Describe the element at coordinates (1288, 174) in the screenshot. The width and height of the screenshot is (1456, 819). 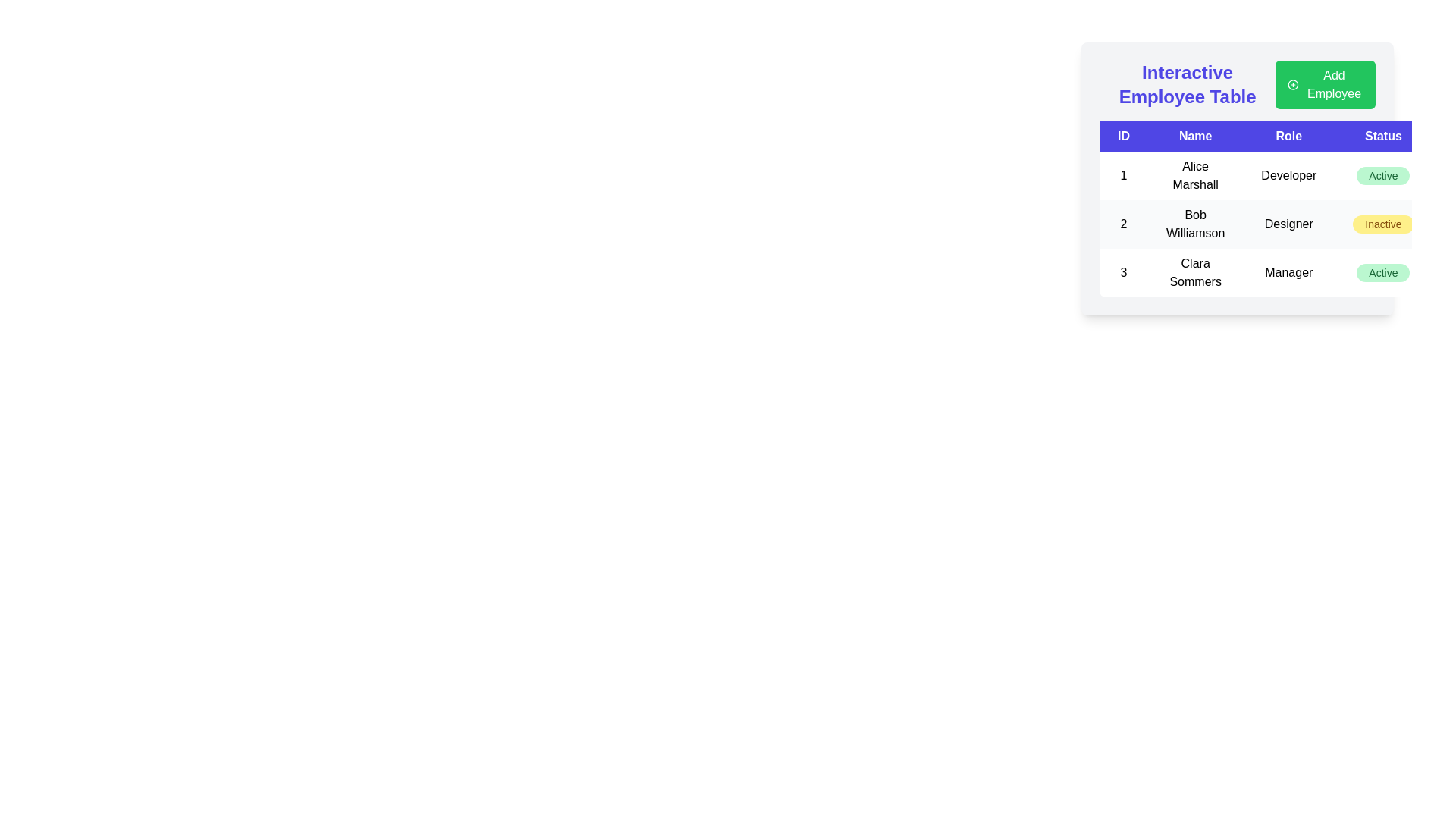
I see `the 'Developer' role text for 'Alice Marshall' in the first row of the 'Interactive Employee Table'` at that location.